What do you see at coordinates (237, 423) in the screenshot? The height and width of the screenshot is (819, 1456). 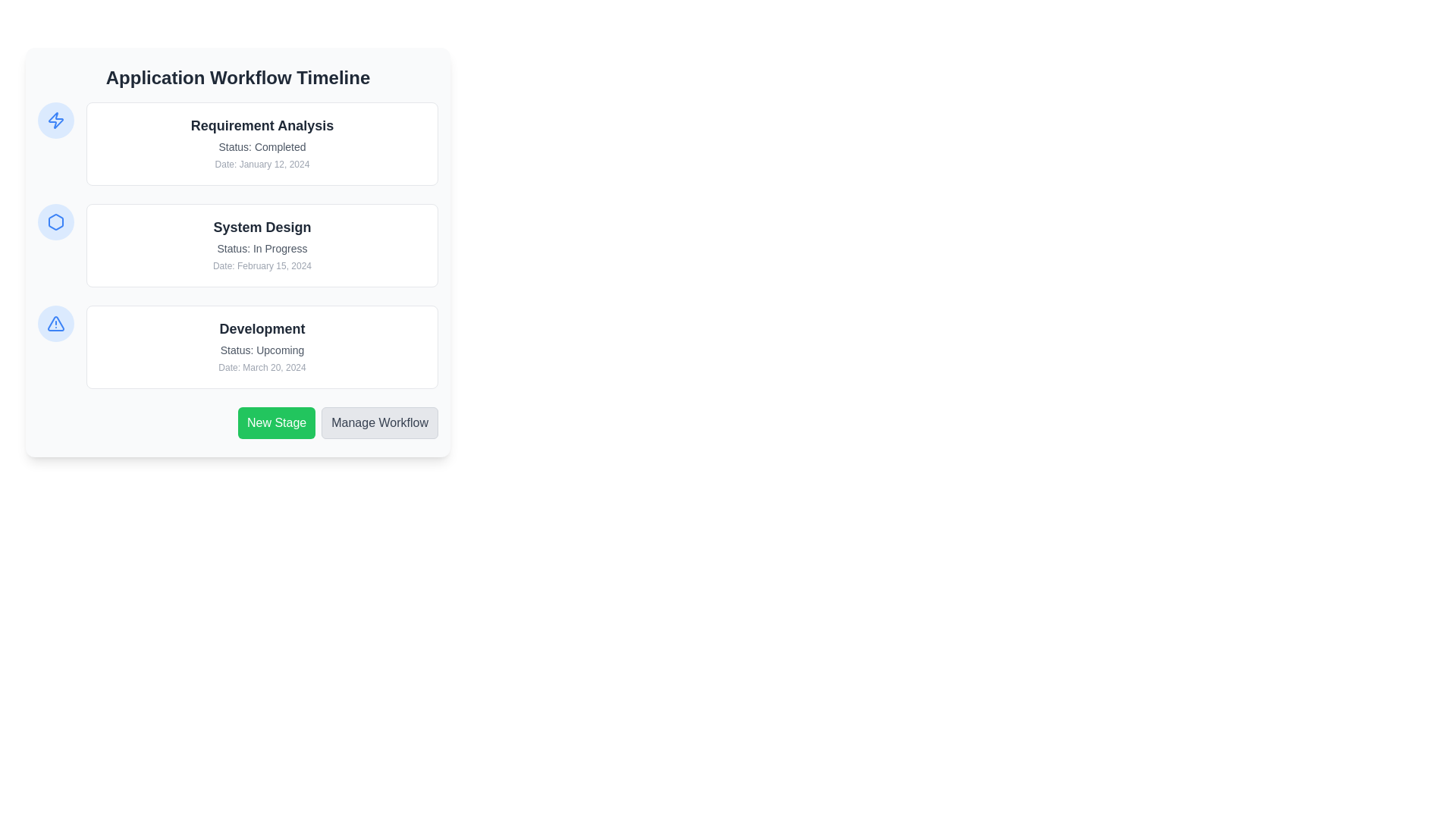 I see `the button with a green background and white text labeled 'New Stage', positioned to the left of the 'Manage Workflow' button at the bottom of the workflow timeline` at bounding box center [237, 423].